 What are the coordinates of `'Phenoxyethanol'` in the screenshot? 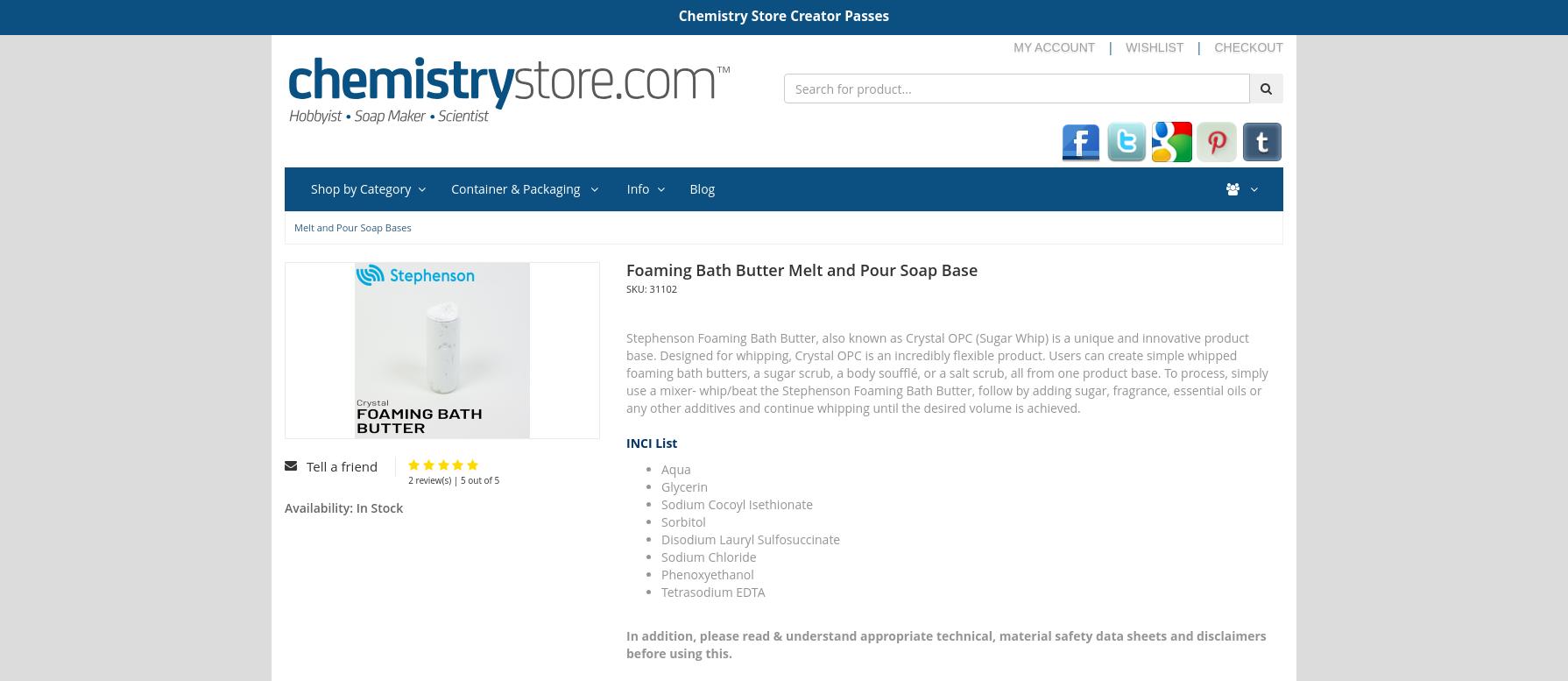 It's located at (706, 572).